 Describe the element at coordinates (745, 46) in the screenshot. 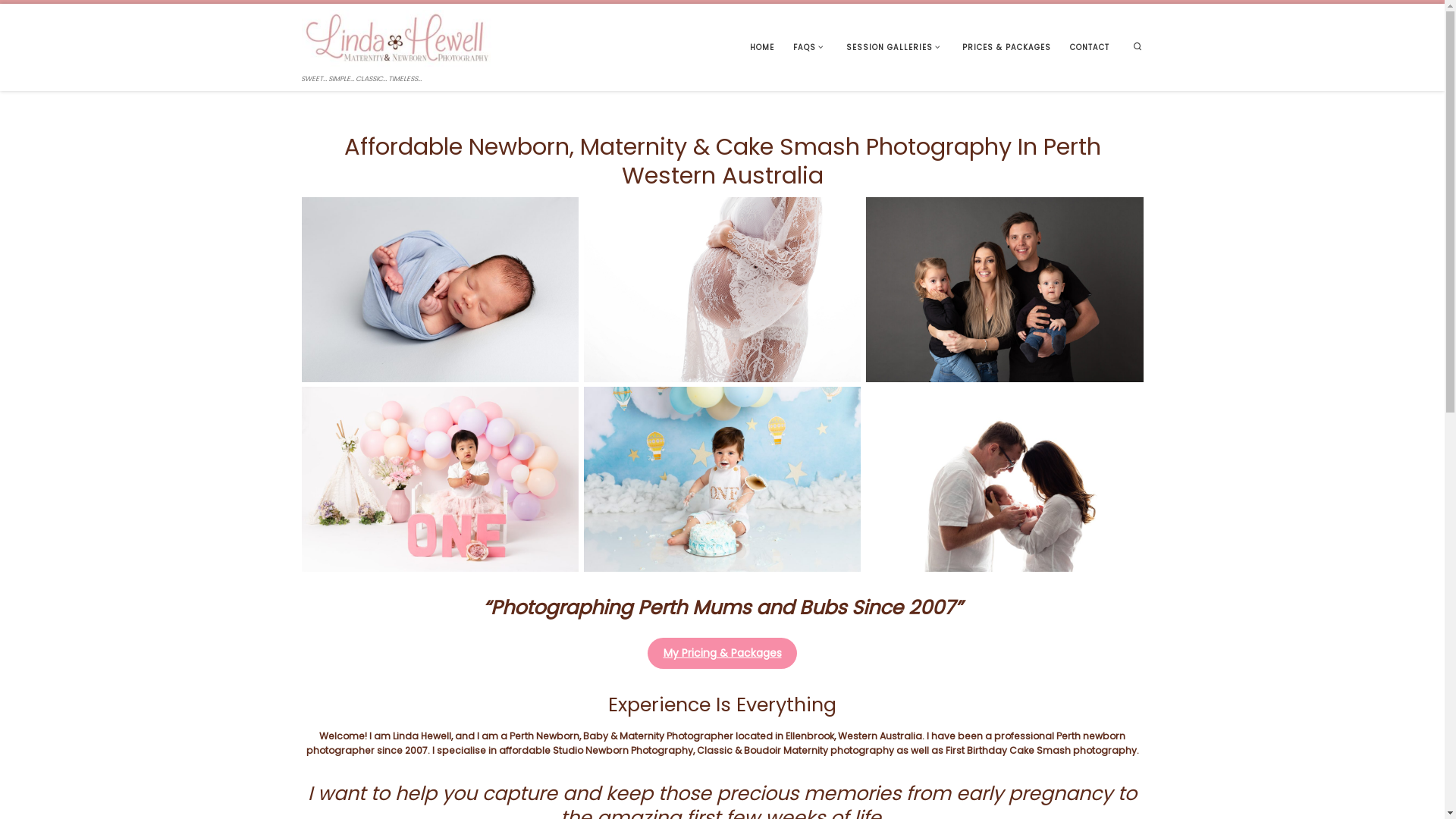

I see `'HOME'` at that location.